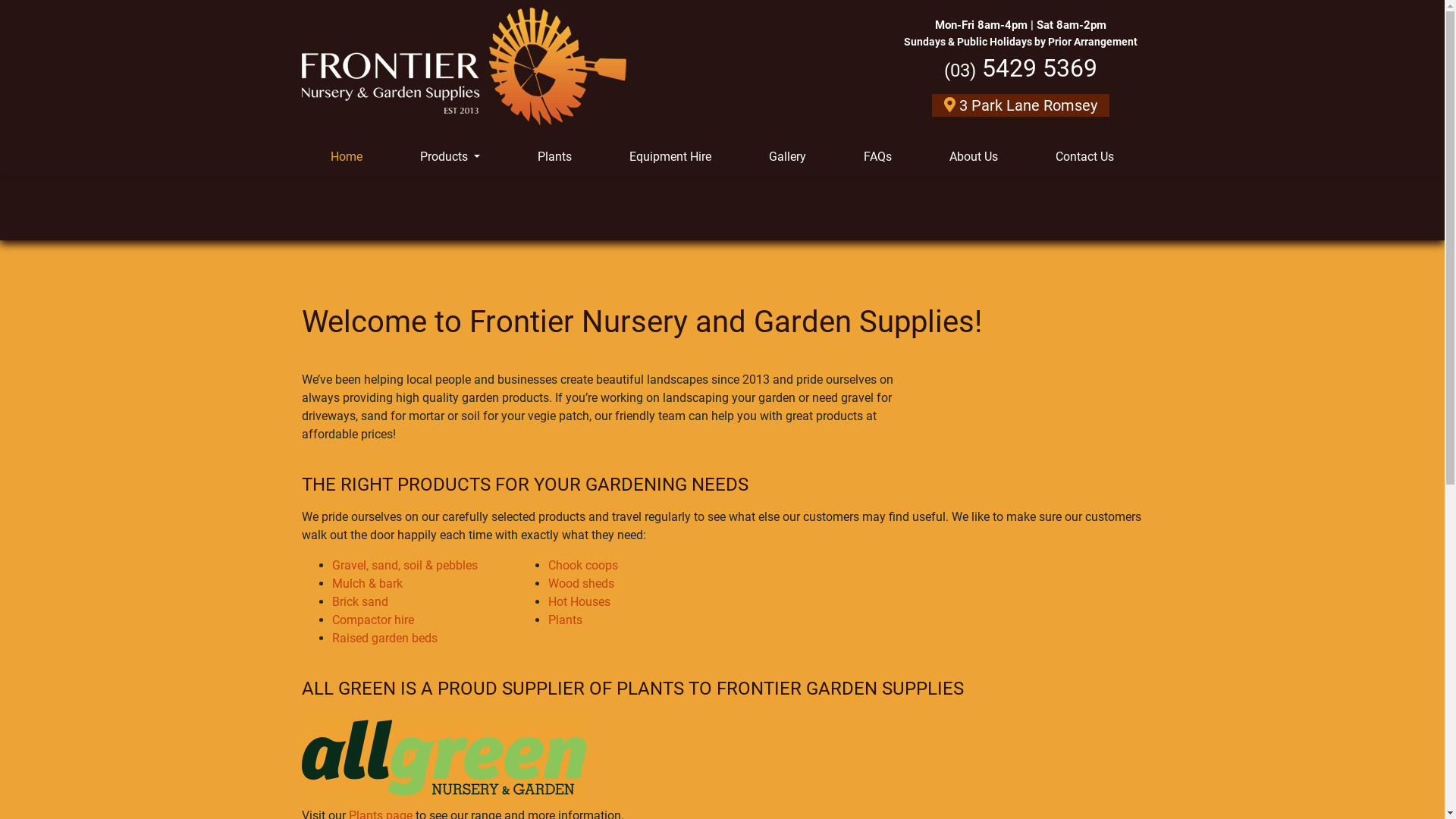 The height and width of the screenshot is (819, 1456). I want to click on 'Compactor hire', so click(331, 620).